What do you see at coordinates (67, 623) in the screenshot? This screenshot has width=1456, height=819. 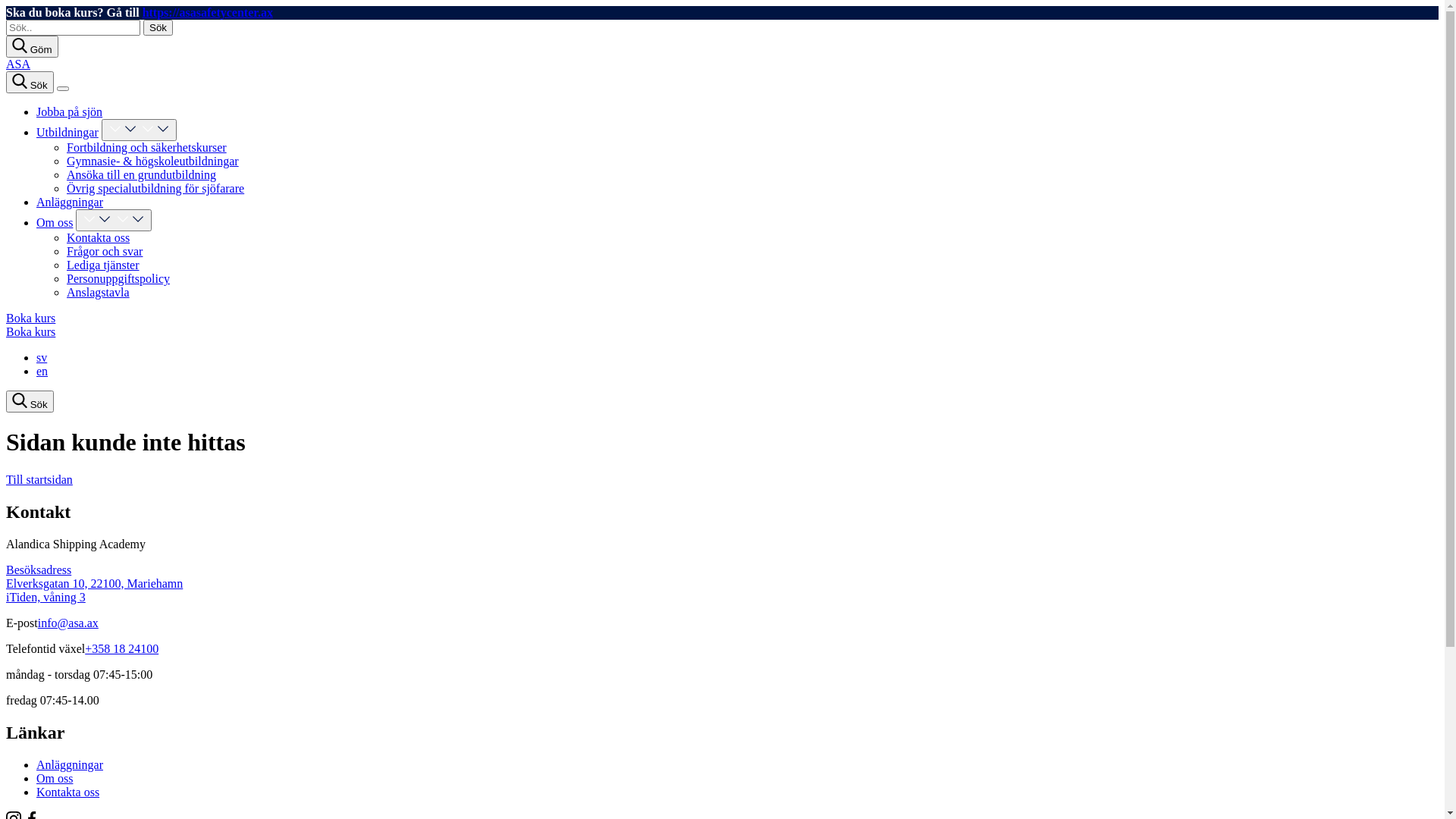 I see `'info@asa.ax'` at bounding box center [67, 623].